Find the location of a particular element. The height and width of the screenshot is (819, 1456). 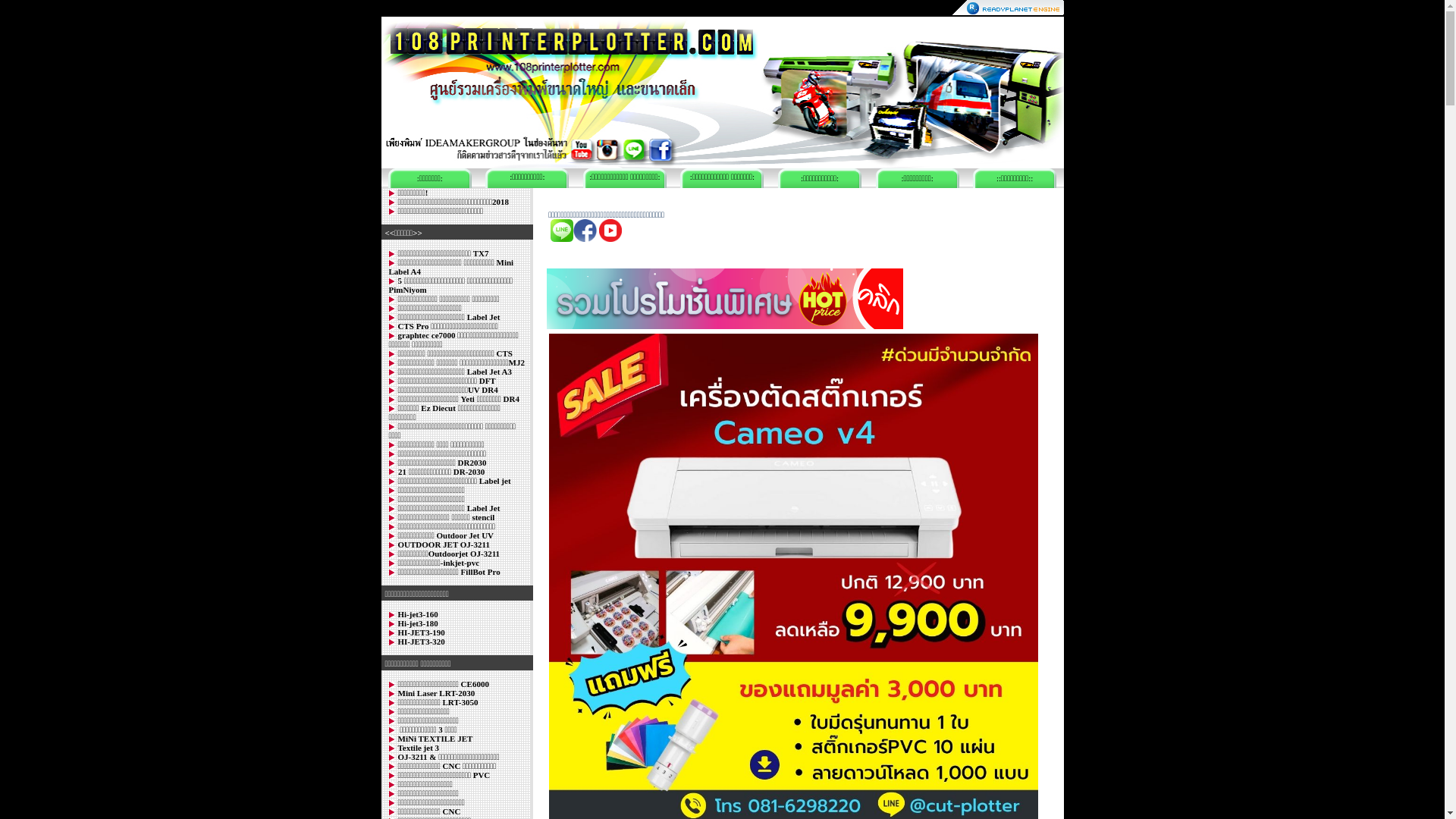

'Textile jet 3' is located at coordinates (397, 747).